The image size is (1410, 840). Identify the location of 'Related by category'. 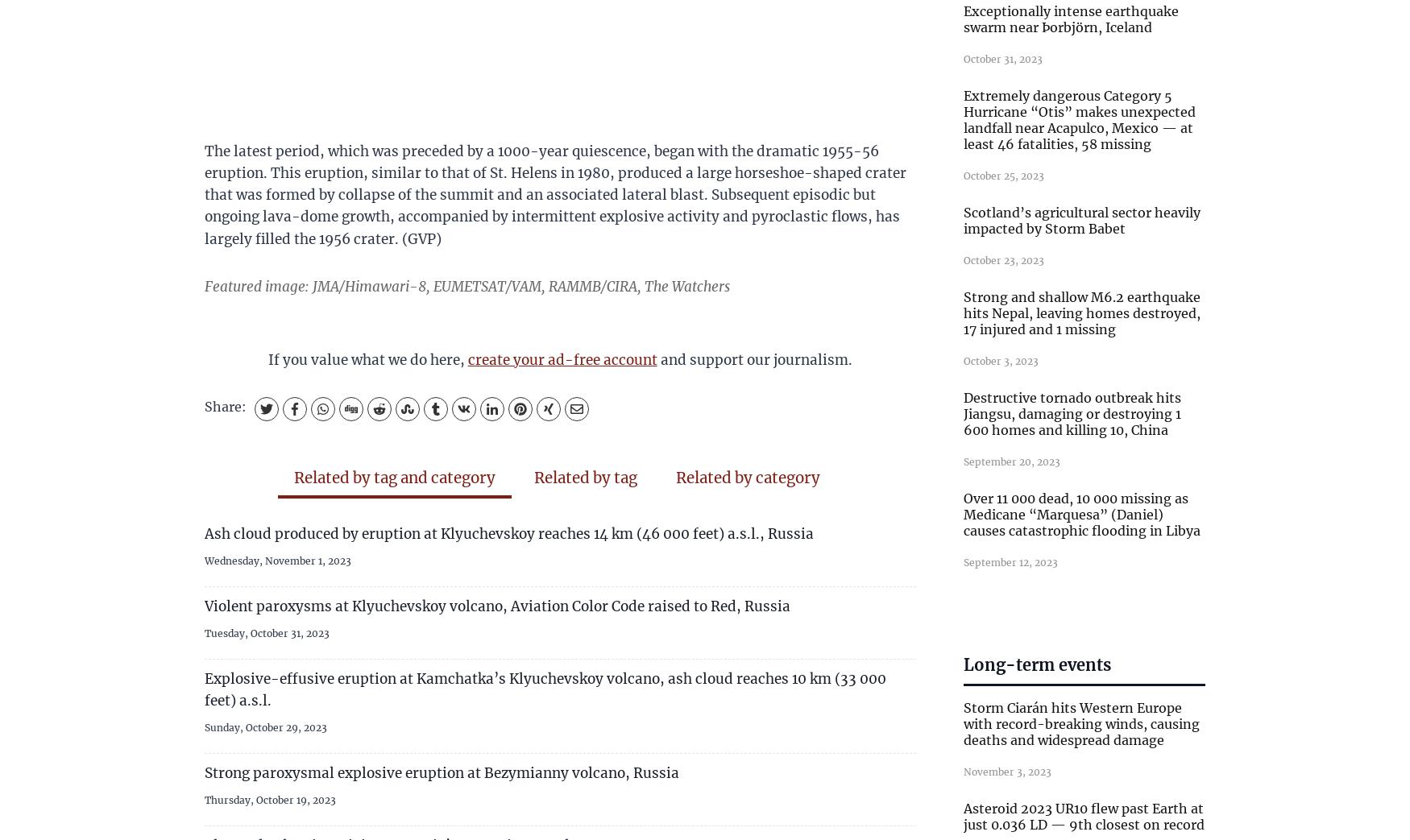
(746, 478).